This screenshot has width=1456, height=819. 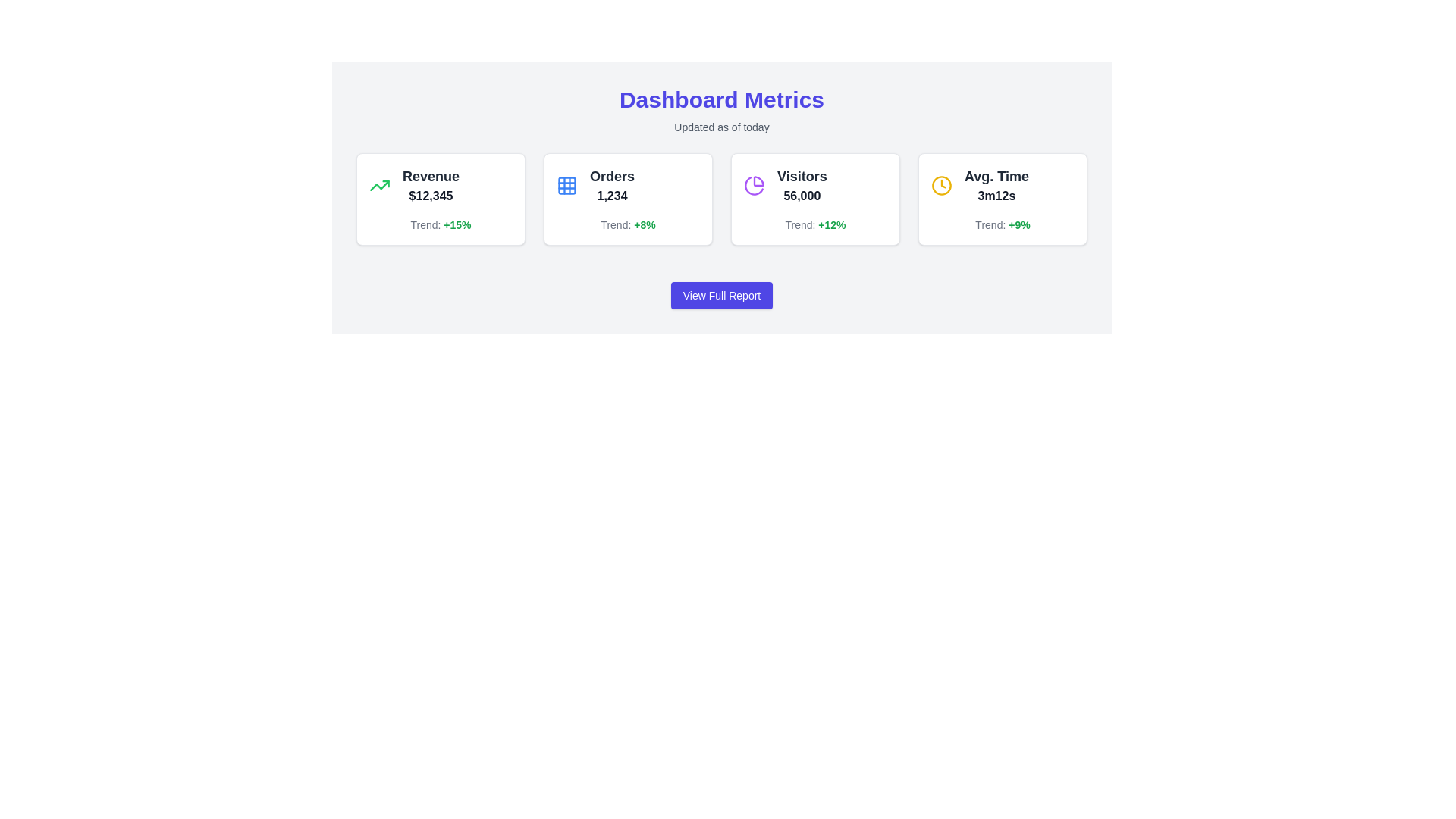 What do you see at coordinates (457, 225) in the screenshot?
I see `displayed trend value from the text label showing '+15%' in bold green font, located in the bottom-left card of the overview dashboard, following the text 'Trend:' and positioned below the revenue amount` at bounding box center [457, 225].